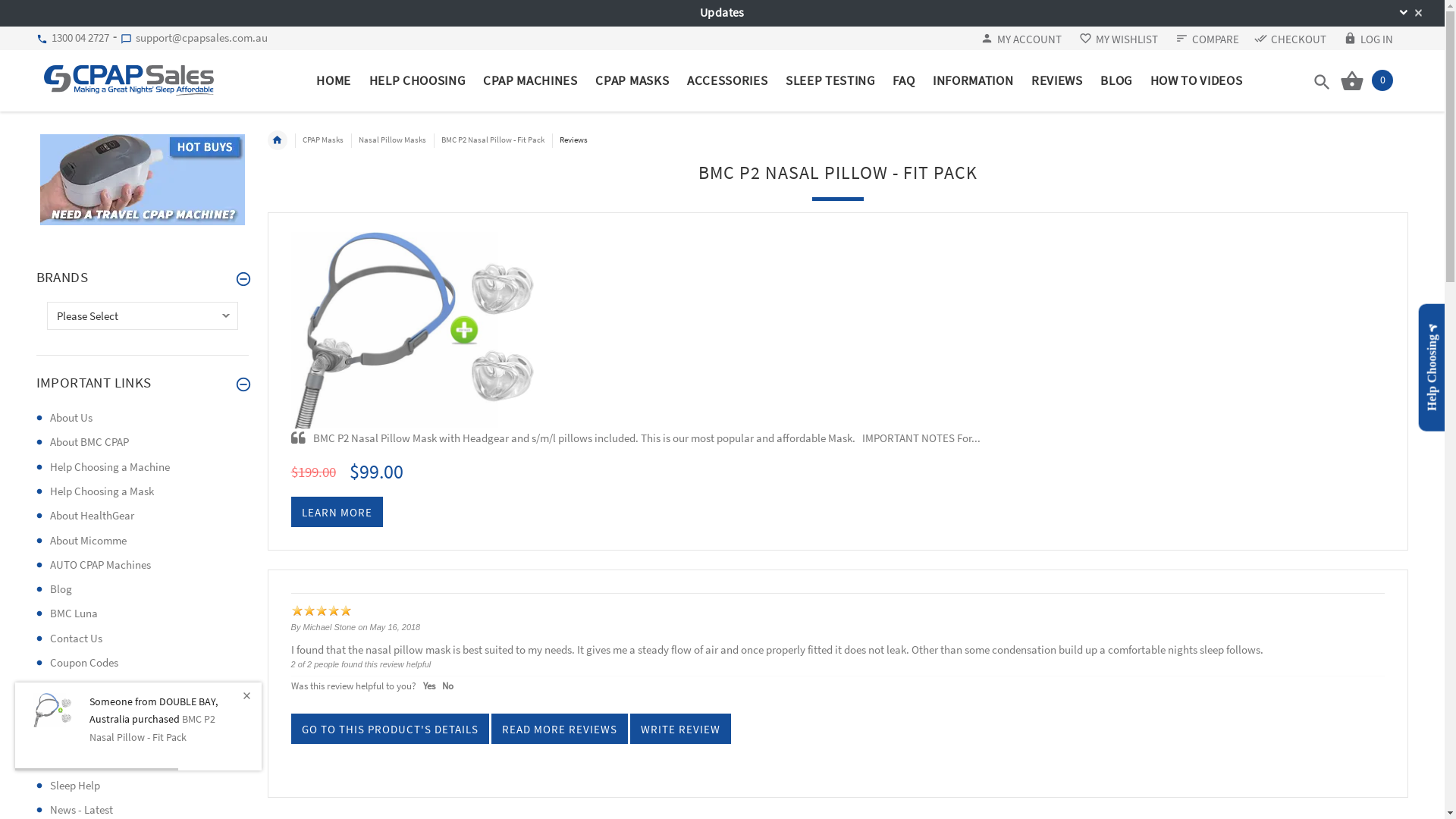 The height and width of the screenshot is (819, 1456). What do you see at coordinates (91, 514) in the screenshot?
I see `'About HealthGear'` at bounding box center [91, 514].